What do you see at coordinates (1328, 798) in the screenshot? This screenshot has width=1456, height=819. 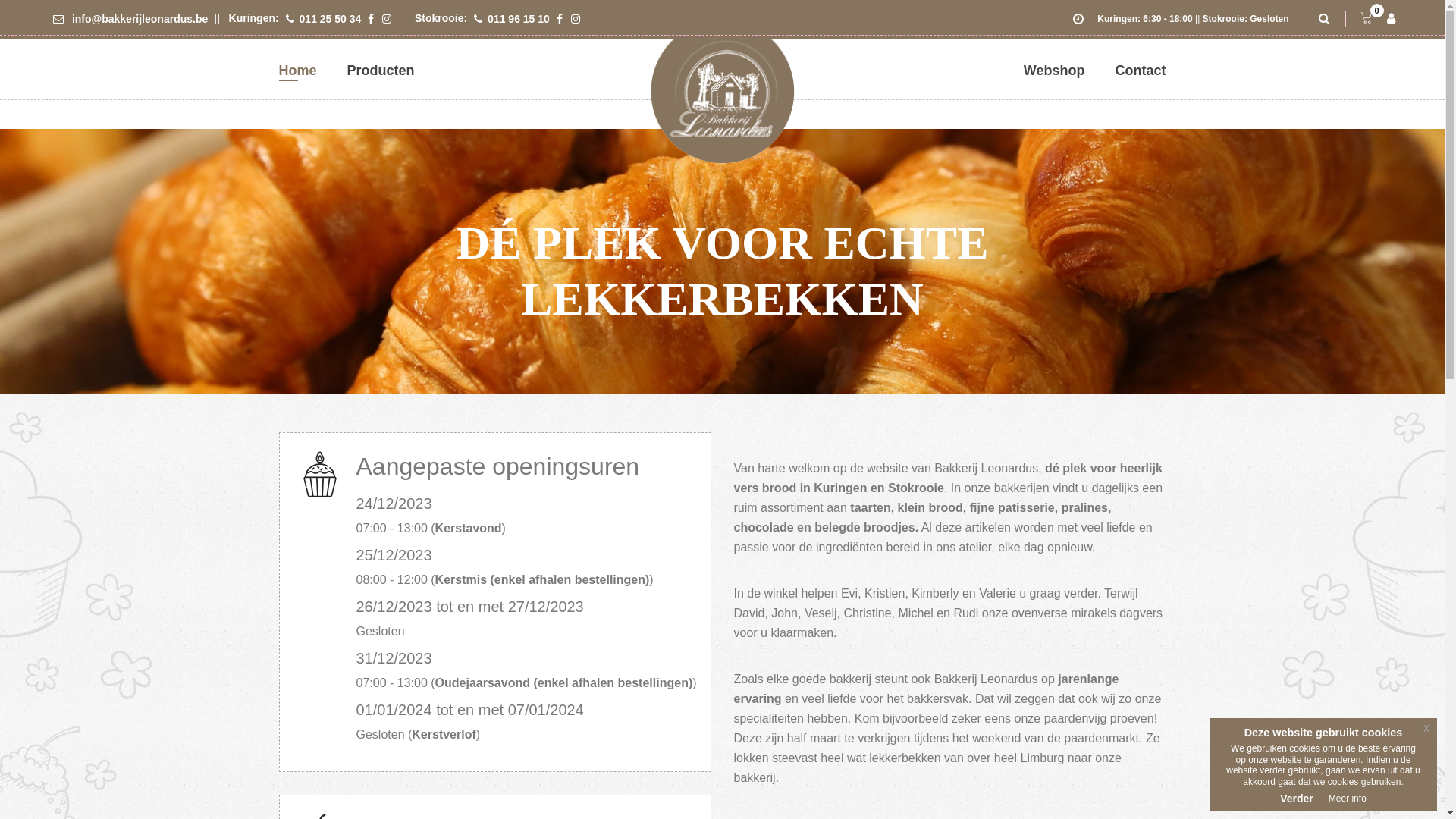 I see `'Meer info'` at bounding box center [1328, 798].